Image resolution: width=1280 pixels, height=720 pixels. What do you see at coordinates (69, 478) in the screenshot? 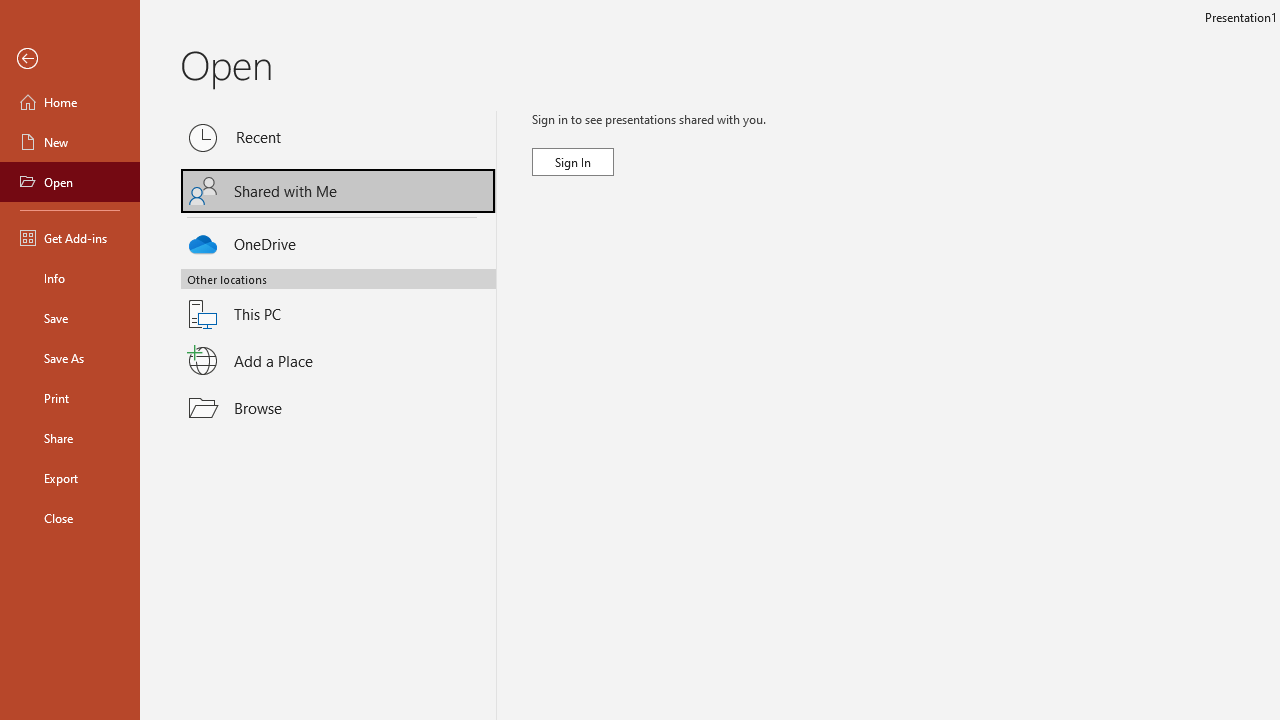
I see `'Export'` at bounding box center [69, 478].